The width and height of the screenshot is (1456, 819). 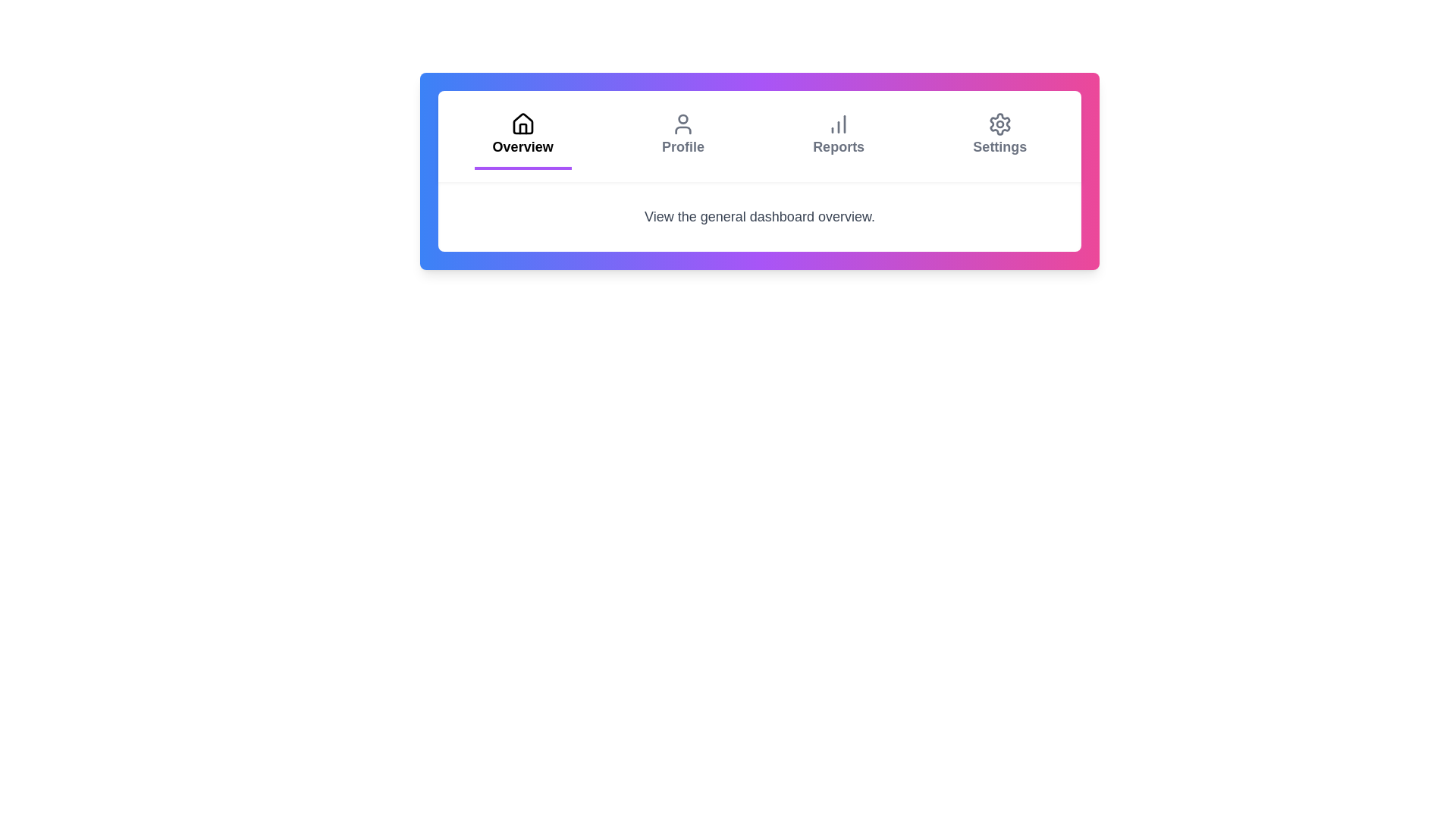 What do you see at coordinates (999, 146) in the screenshot?
I see `the text label indicating the purpose of the settings navigation item, located in the top-right portion of the navigation bar as the fourth item after 'Overview', 'Profile', and 'Reports'` at bounding box center [999, 146].